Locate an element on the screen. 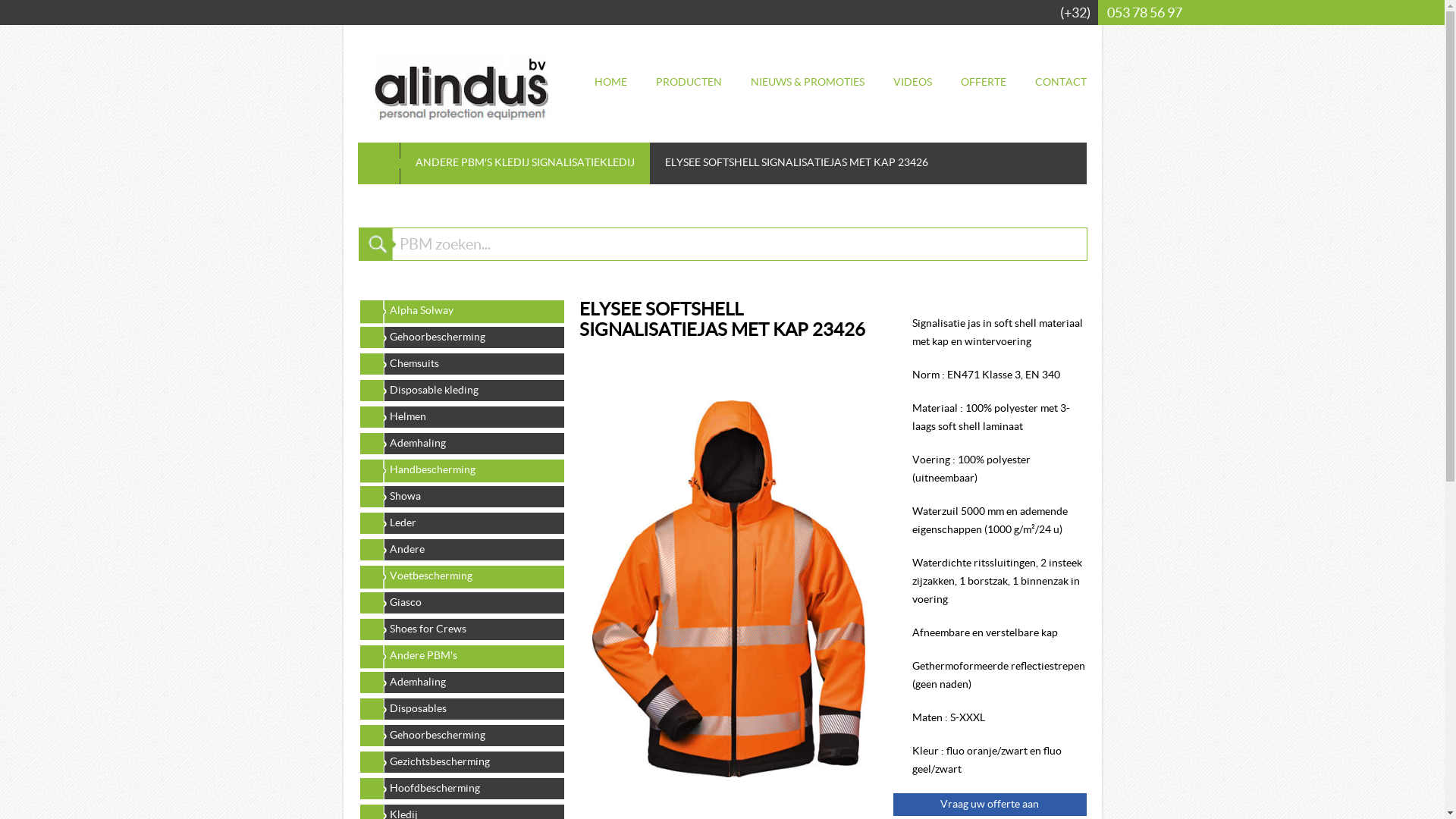 The width and height of the screenshot is (1456, 819). 'Voetbescherming' is located at coordinates (356, 576).